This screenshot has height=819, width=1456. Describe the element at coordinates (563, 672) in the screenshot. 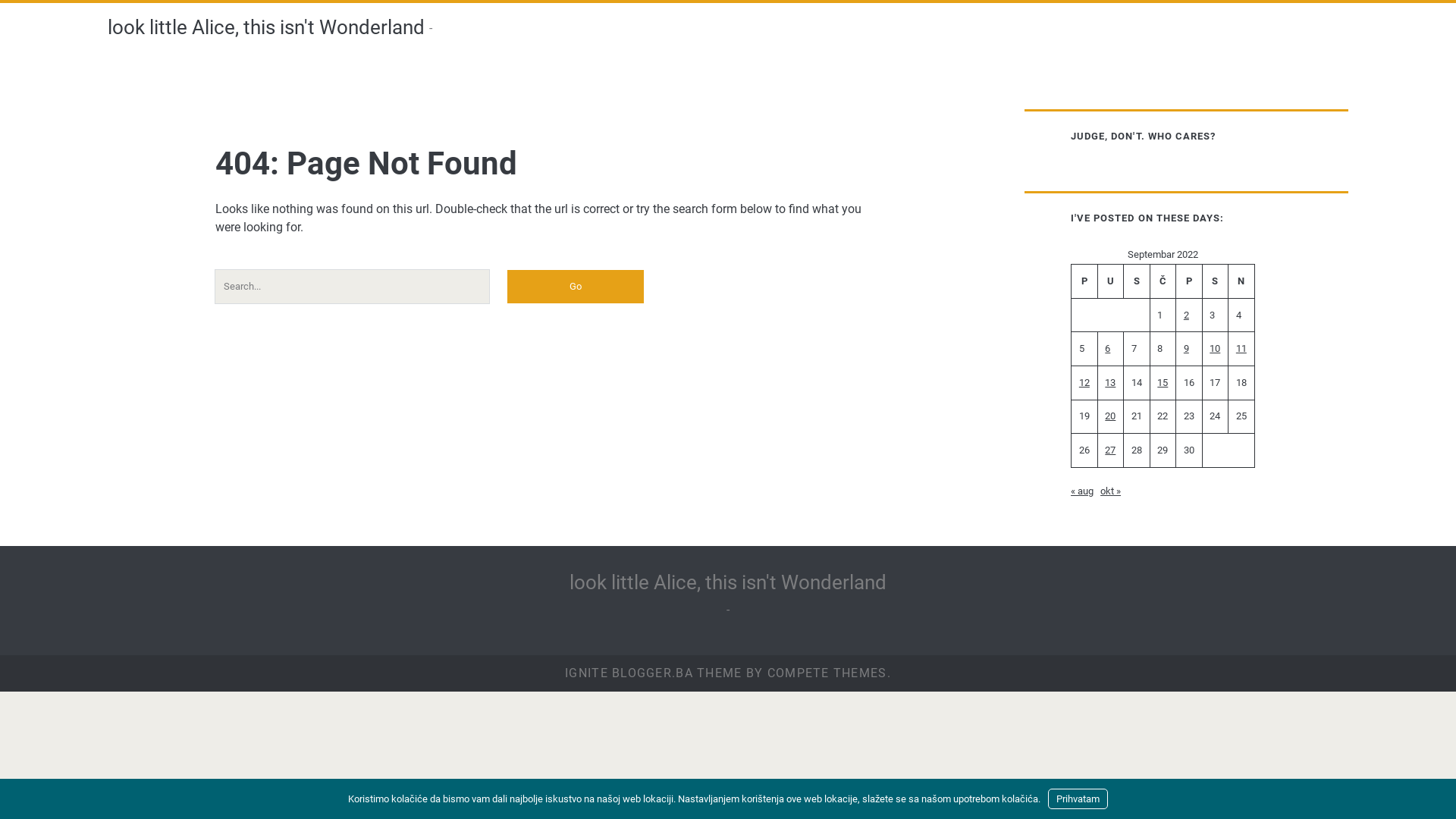

I see `'IGNITE BLOGGER.BA THEME'` at that location.